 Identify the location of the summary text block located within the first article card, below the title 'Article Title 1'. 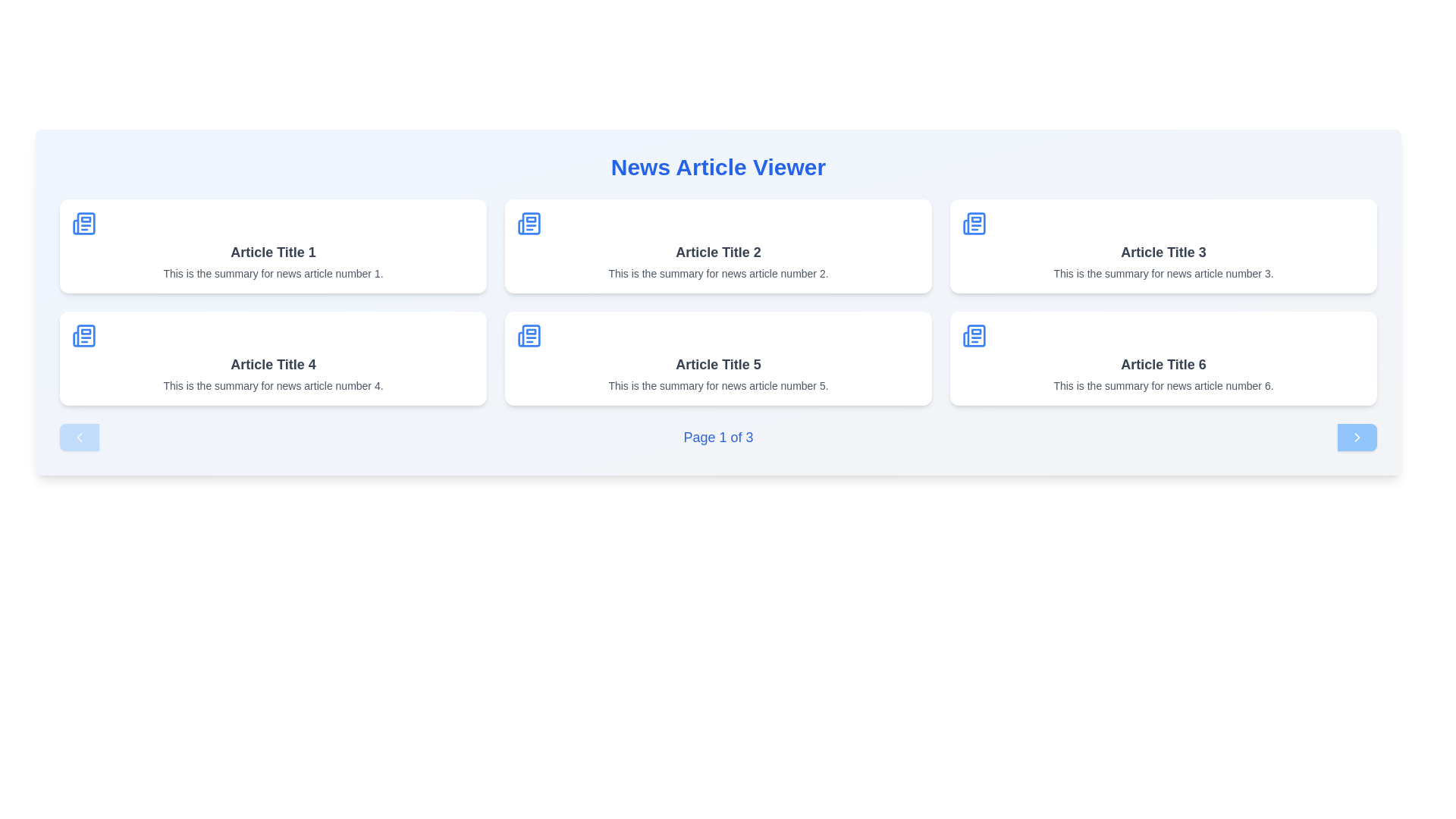
(273, 274).